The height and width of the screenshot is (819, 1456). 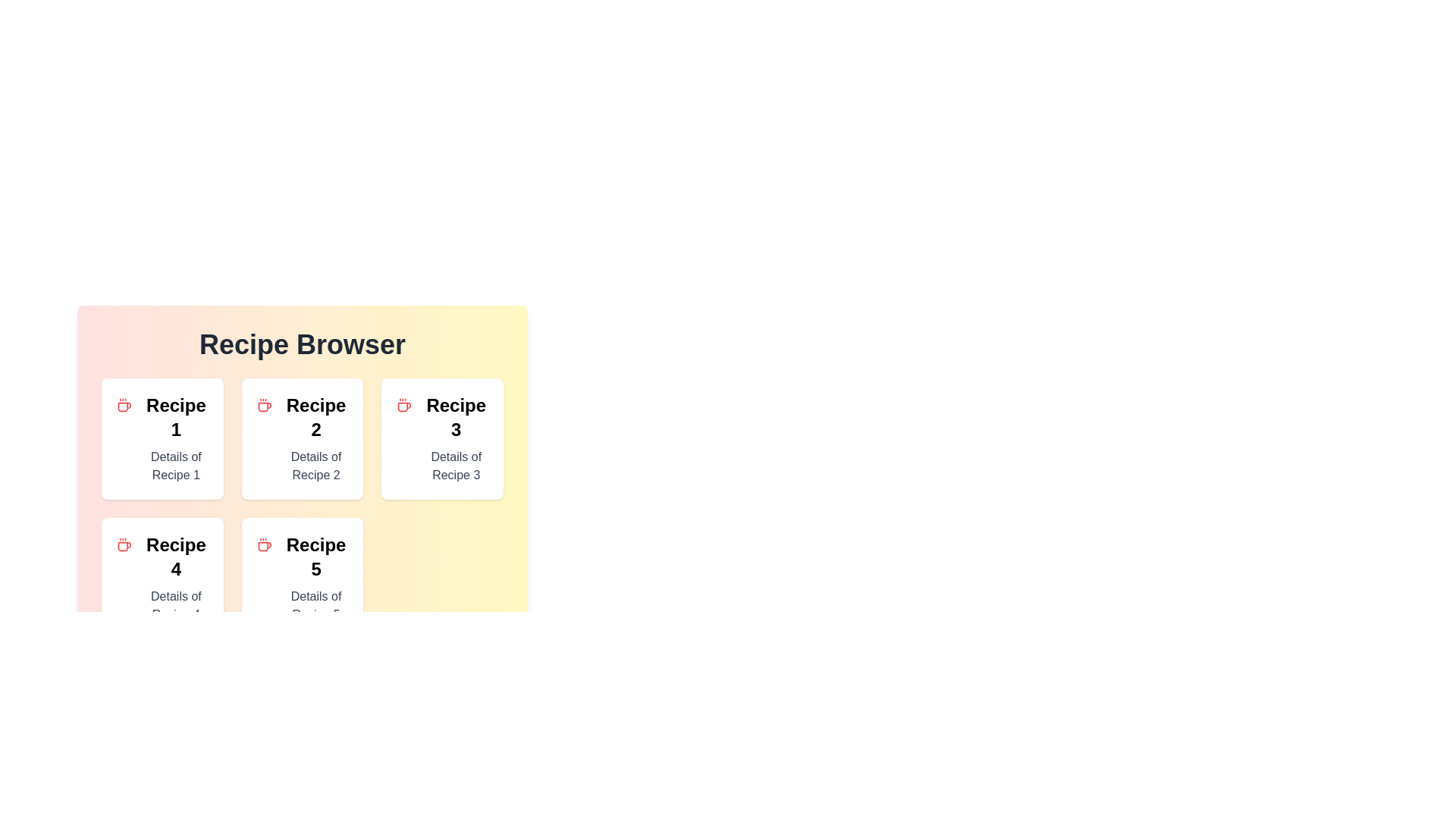 What do you see at coordinates (455, 465) in the screenshot?
I see `the non-interactive text block providing additional details for 'Recipe 3' located below its title within the third card of the Recipe Browser section` at bounding box center [455, 465].